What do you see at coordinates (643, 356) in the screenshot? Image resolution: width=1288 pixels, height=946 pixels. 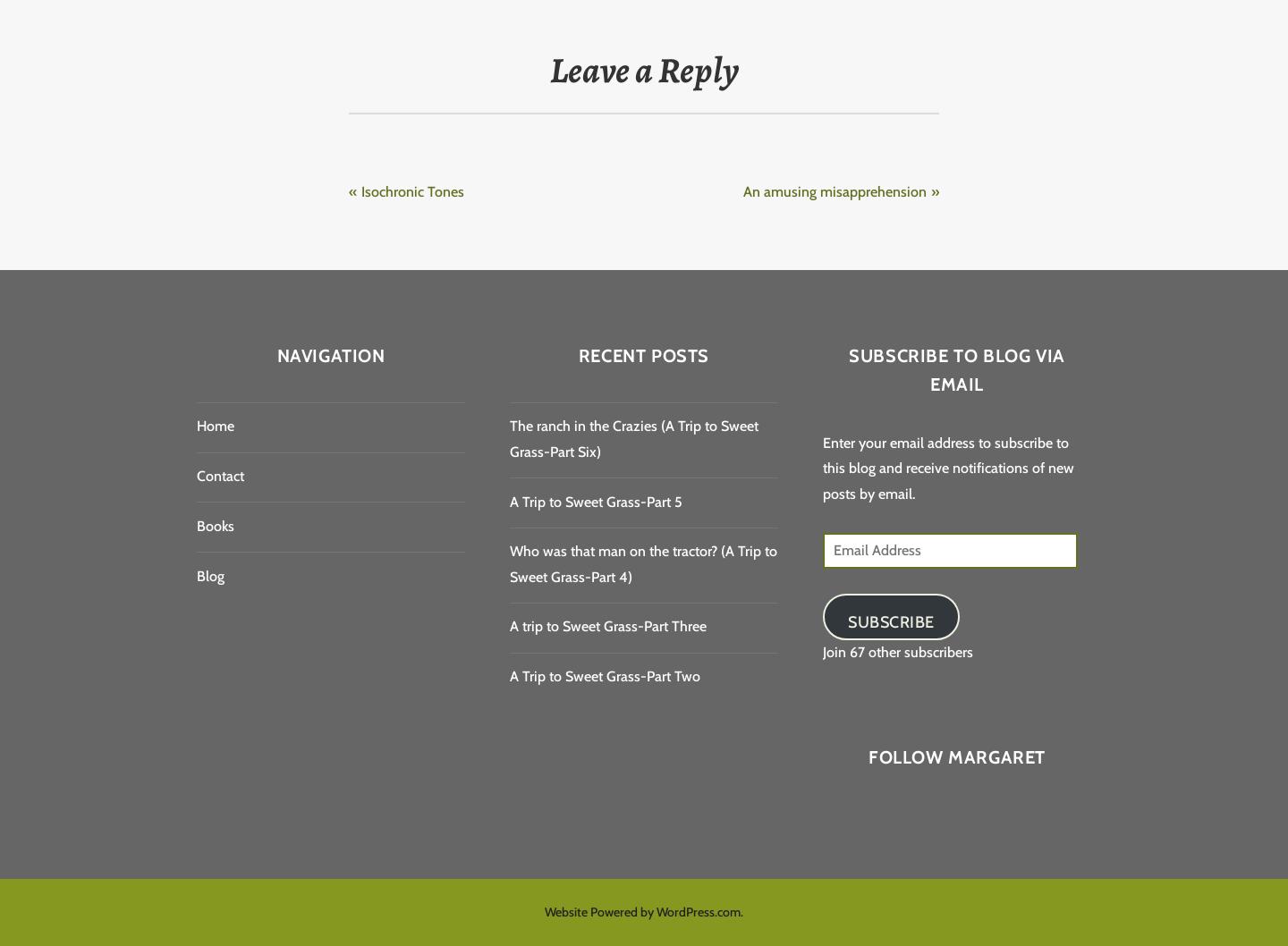 I see `'Recent Posts'` at bounding box center [643, 356].